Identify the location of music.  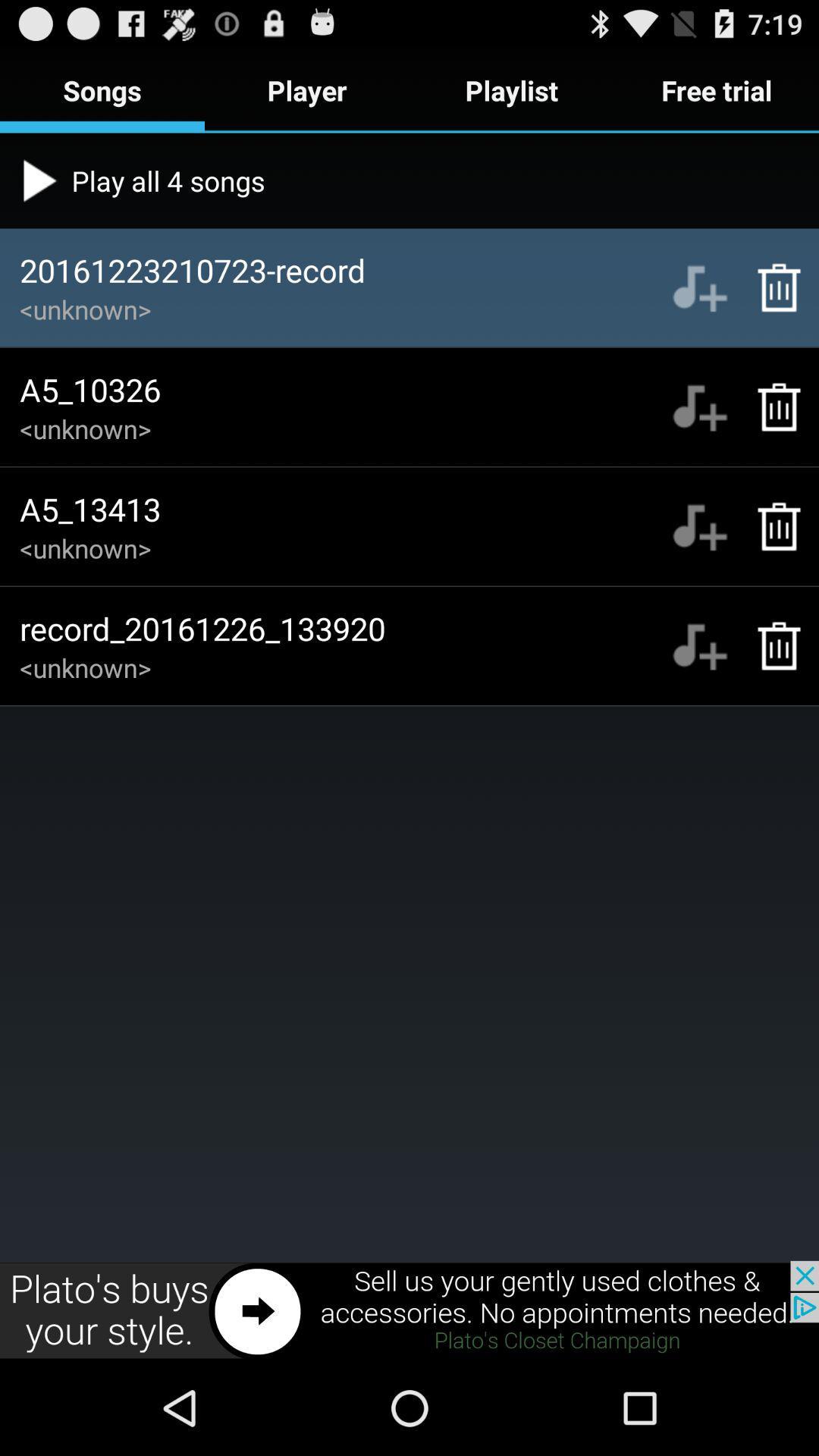
(699, 526).